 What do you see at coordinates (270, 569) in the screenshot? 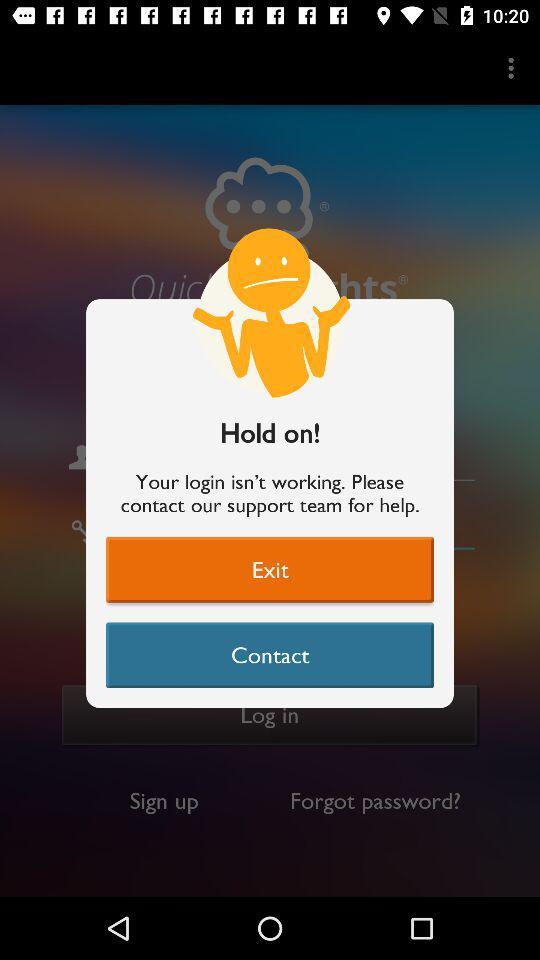
I see `icon below the your login isn icon` at bounding box center [270, 569].